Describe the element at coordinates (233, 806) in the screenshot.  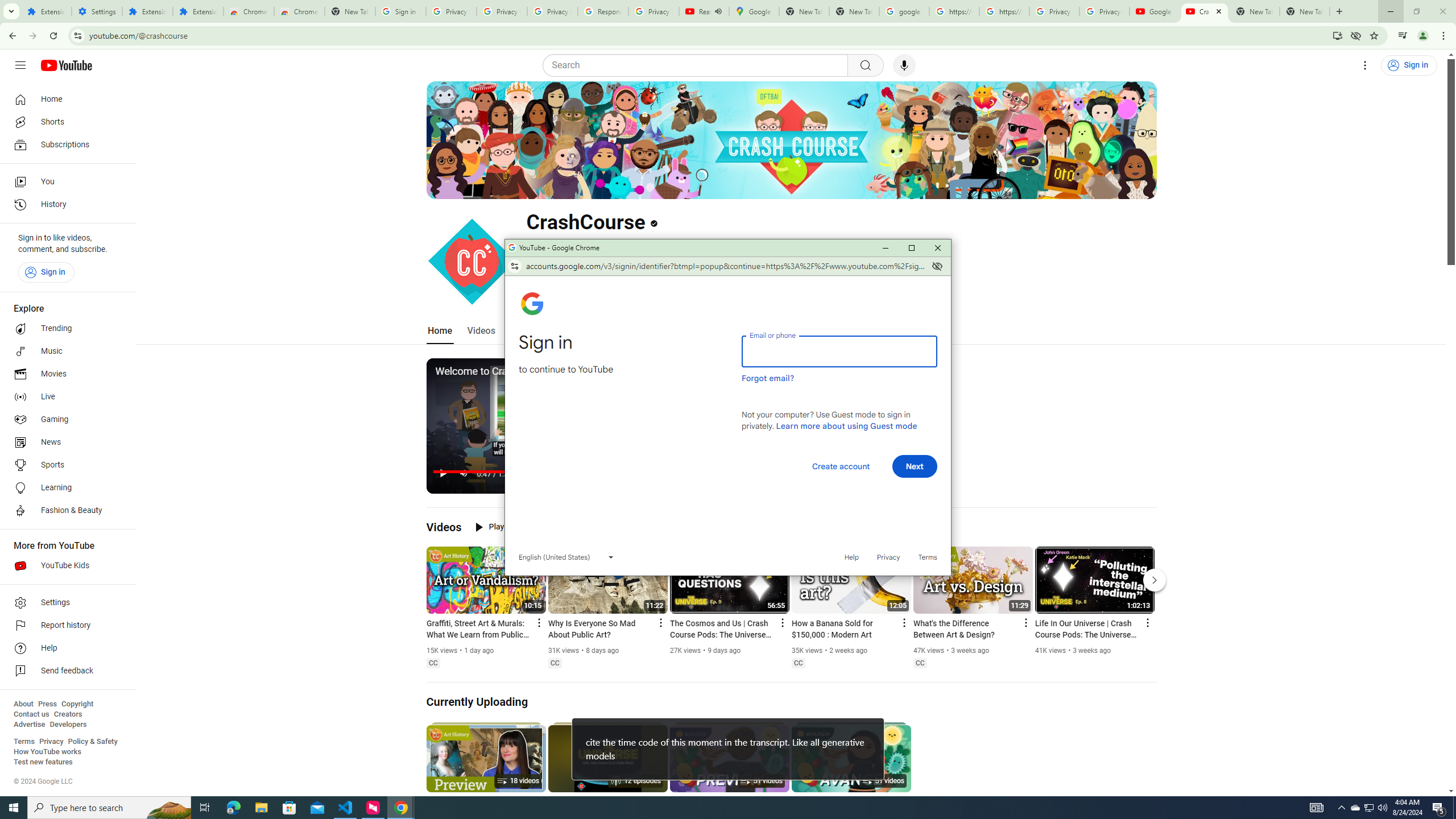
I see `'Microsoft Edge'` at that location.